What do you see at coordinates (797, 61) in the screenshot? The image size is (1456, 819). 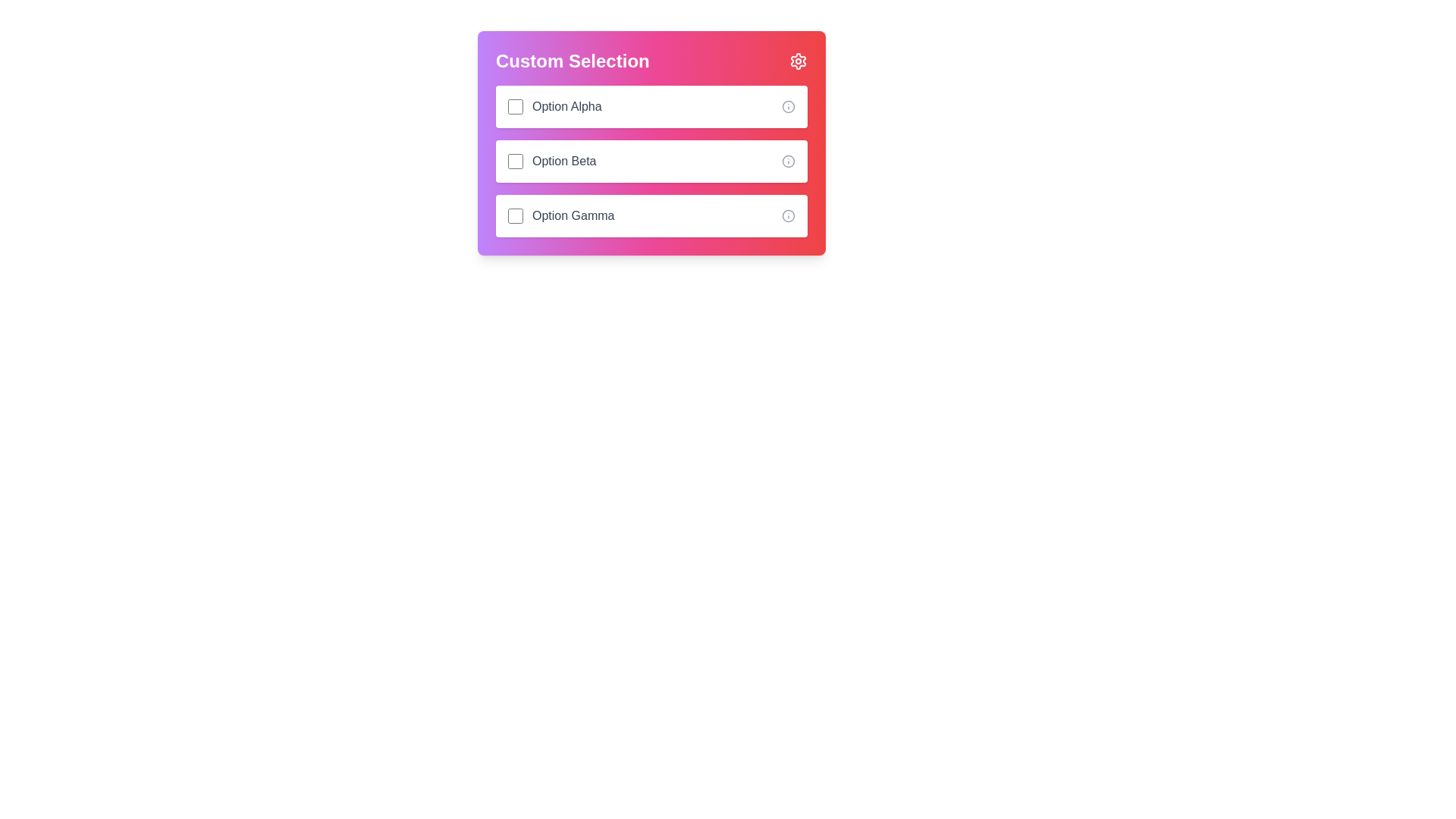 I see `settings button to access configuration options` at bounding box center [797, 61].